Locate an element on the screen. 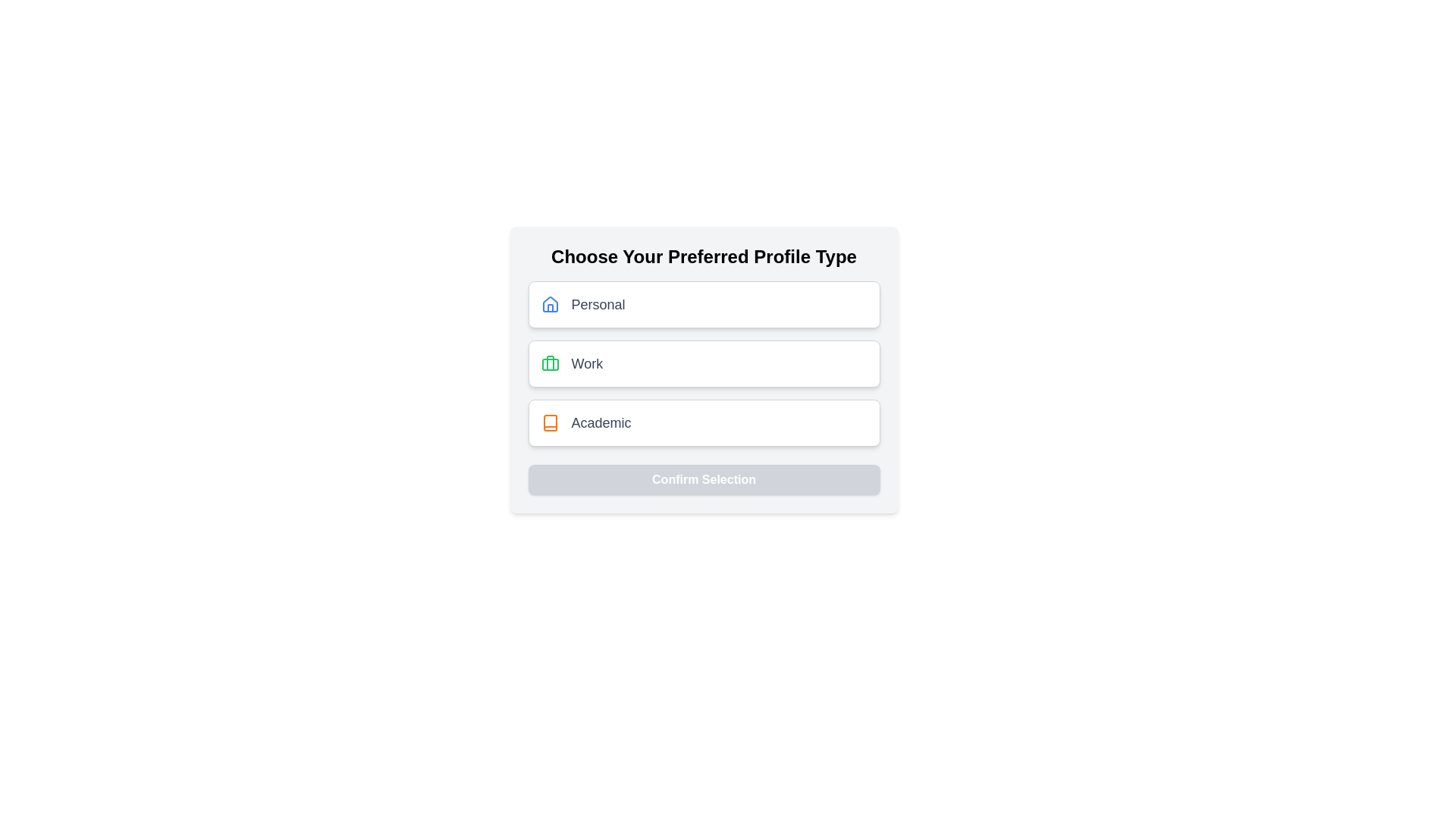 This screenshot has width=1456, height=819. the selectable option labeled 'Work' for keyboard navigation is located at coordinates (703, 363).